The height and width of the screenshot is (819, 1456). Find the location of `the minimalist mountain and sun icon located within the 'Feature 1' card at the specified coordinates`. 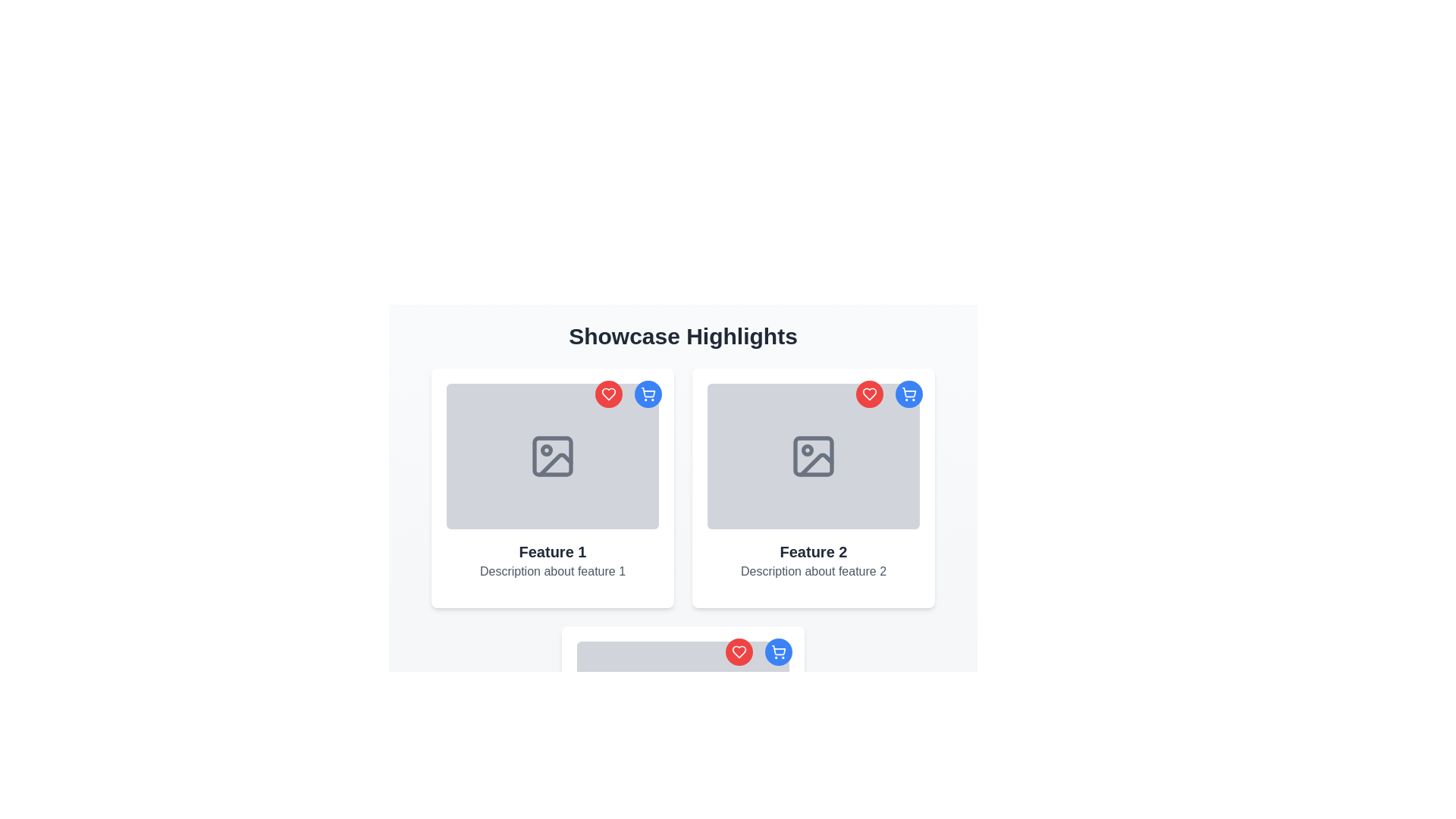

the minimalist mountain and sun icon located within the 'Feature 1' card at the specified coordinates is located at coordinates (555, 464).